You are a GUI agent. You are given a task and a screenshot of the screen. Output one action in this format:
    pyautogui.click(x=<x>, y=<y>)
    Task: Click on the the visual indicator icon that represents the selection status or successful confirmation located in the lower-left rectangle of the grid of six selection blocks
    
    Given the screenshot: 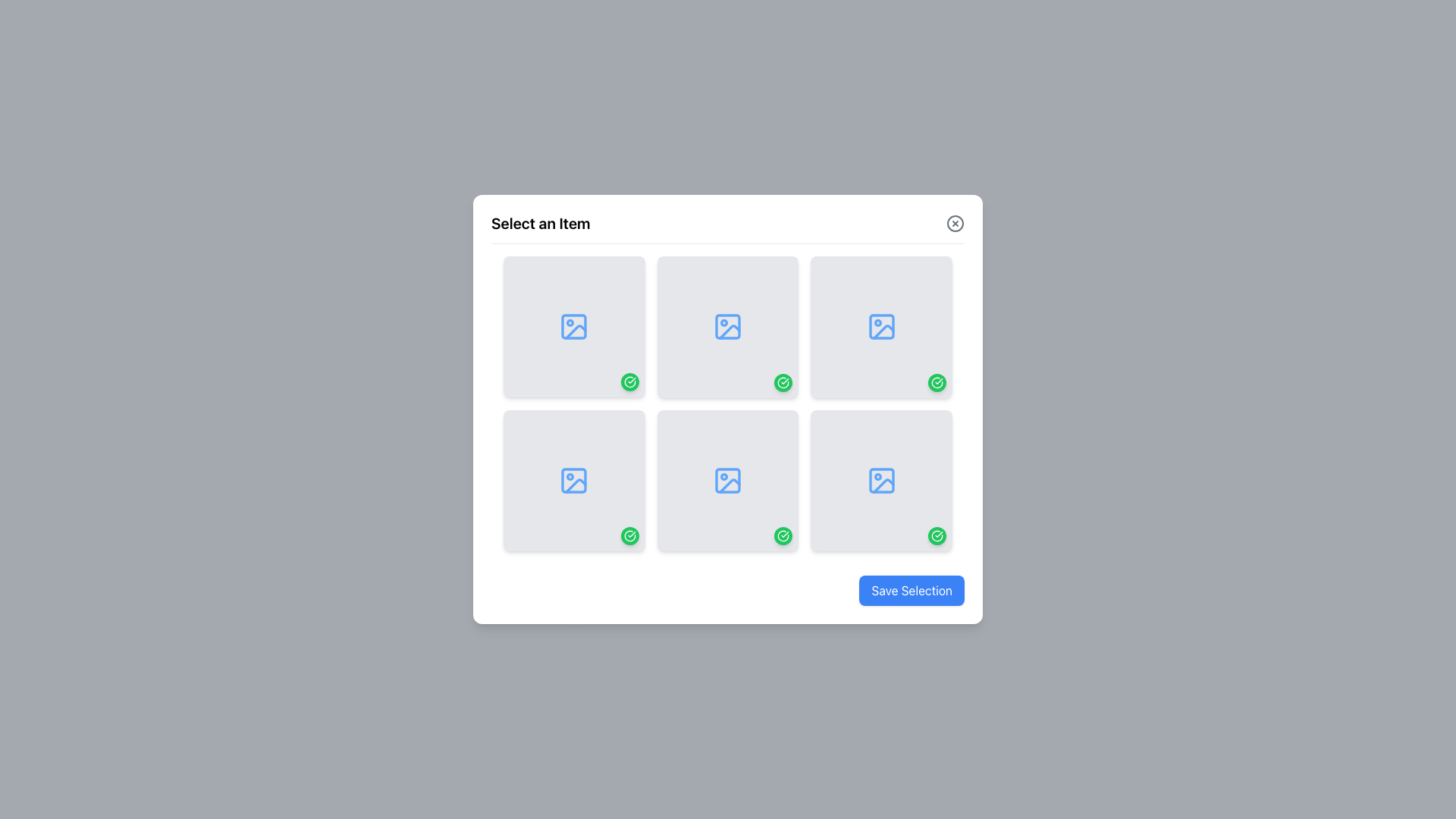 What is the action you would take?
    pyautogui.click(x=629, y=381)
    